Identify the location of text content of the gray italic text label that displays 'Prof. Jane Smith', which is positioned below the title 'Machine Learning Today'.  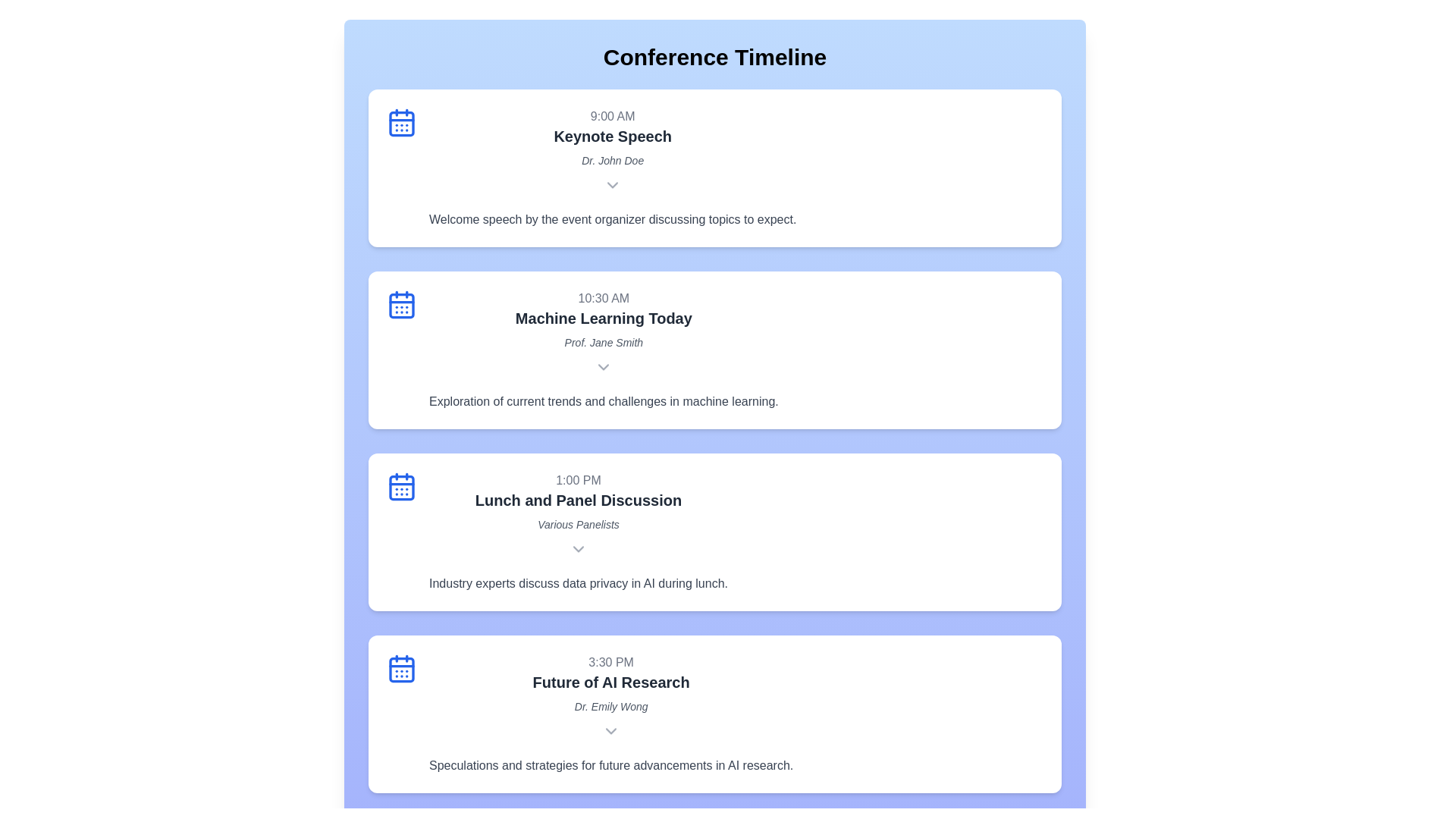
(603, 342).